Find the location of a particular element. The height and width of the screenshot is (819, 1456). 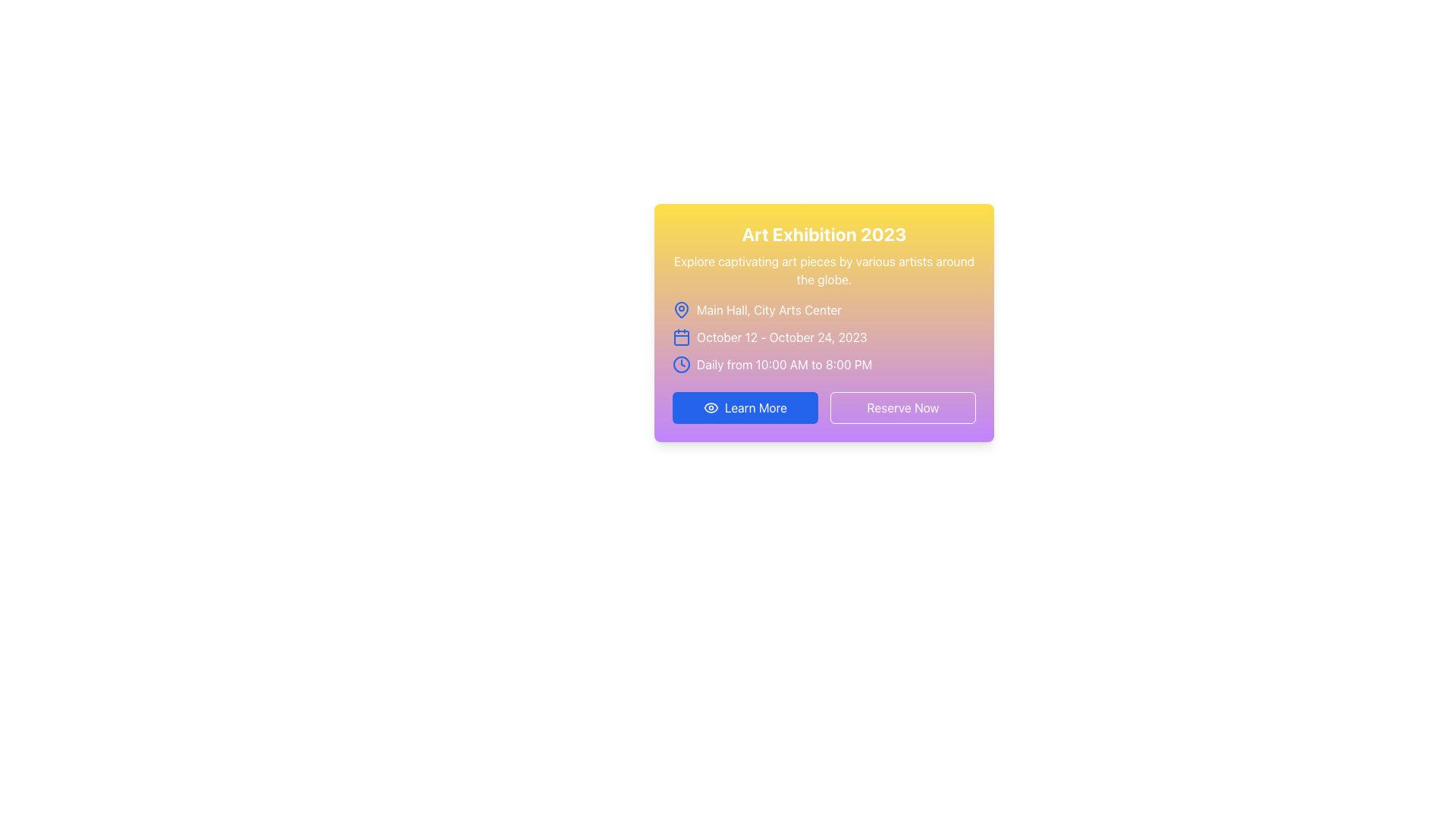

the clock-shaped icon, which is blue and located to the left of the text 'Daily from 10:00 AM to 8:00 PM' is located at coordinates (680, 365).